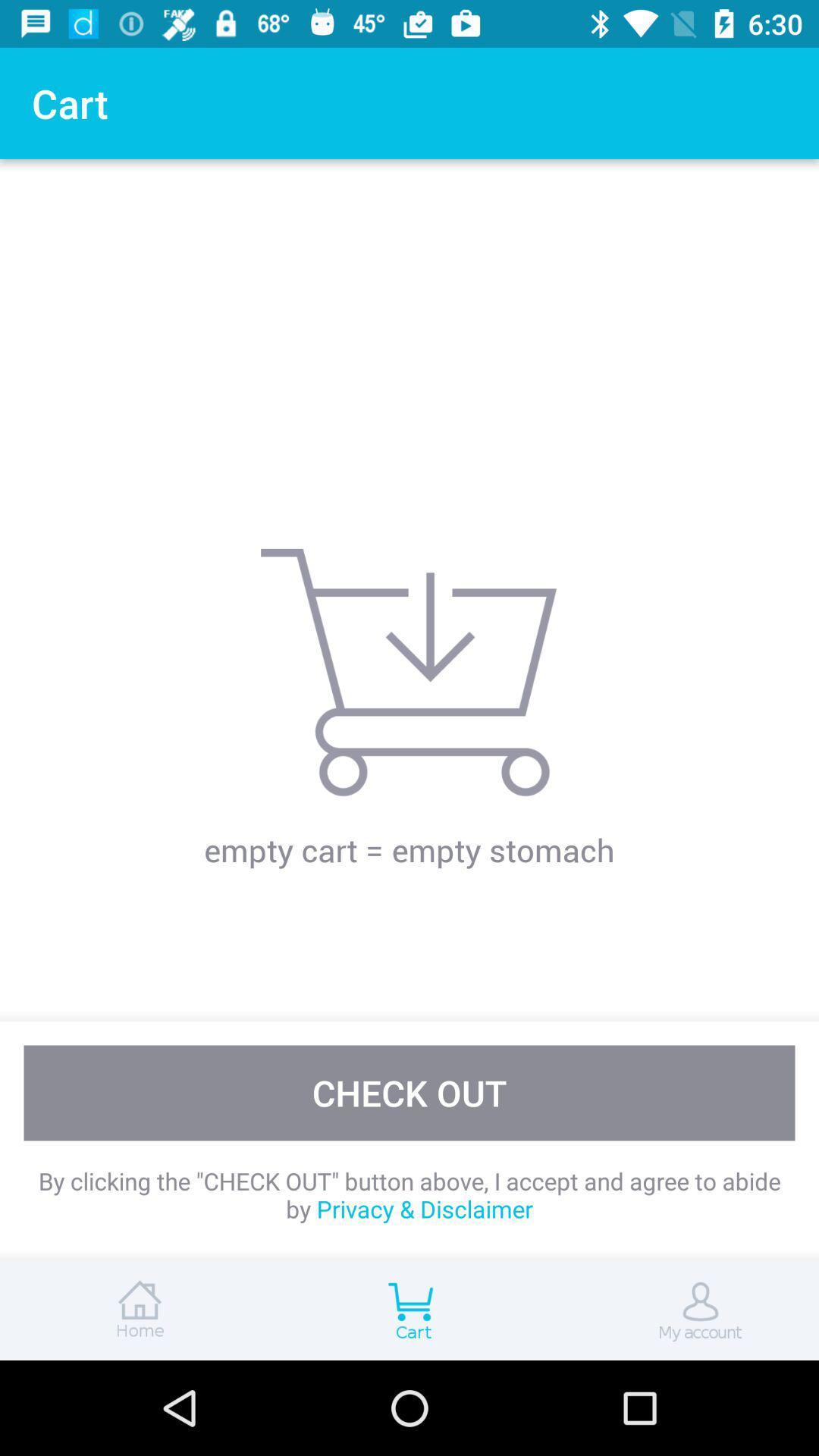 This screenshot has height=1456, width=819. What do you see at coordinates (409, 1194) in the screenshot?
I see `icon below check out` at bounding box center [409, 1194].